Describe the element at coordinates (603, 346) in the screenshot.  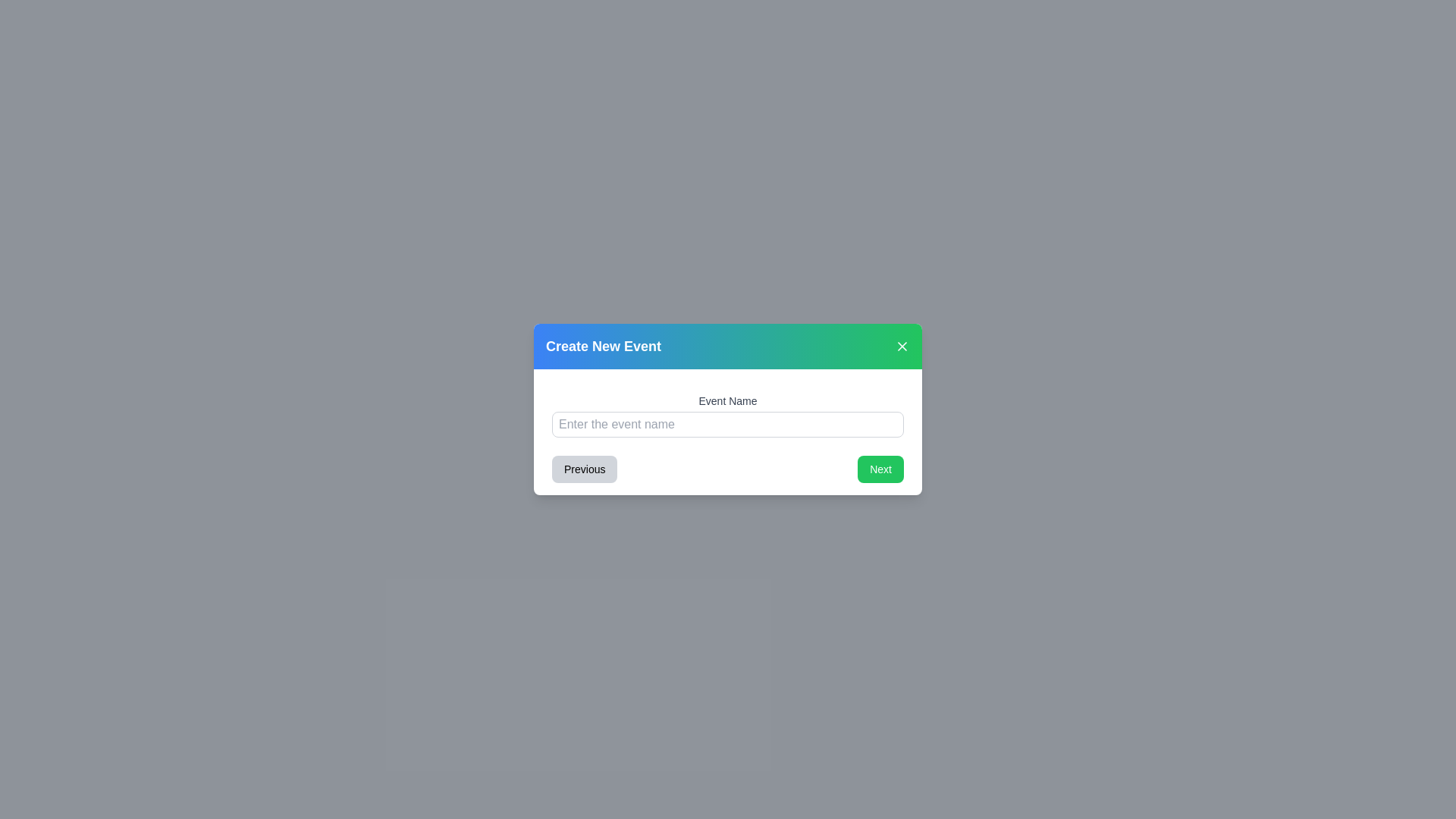
I see `the prominent header text label in the modal dialog that indicates the purpose of creating a new event` at that location.